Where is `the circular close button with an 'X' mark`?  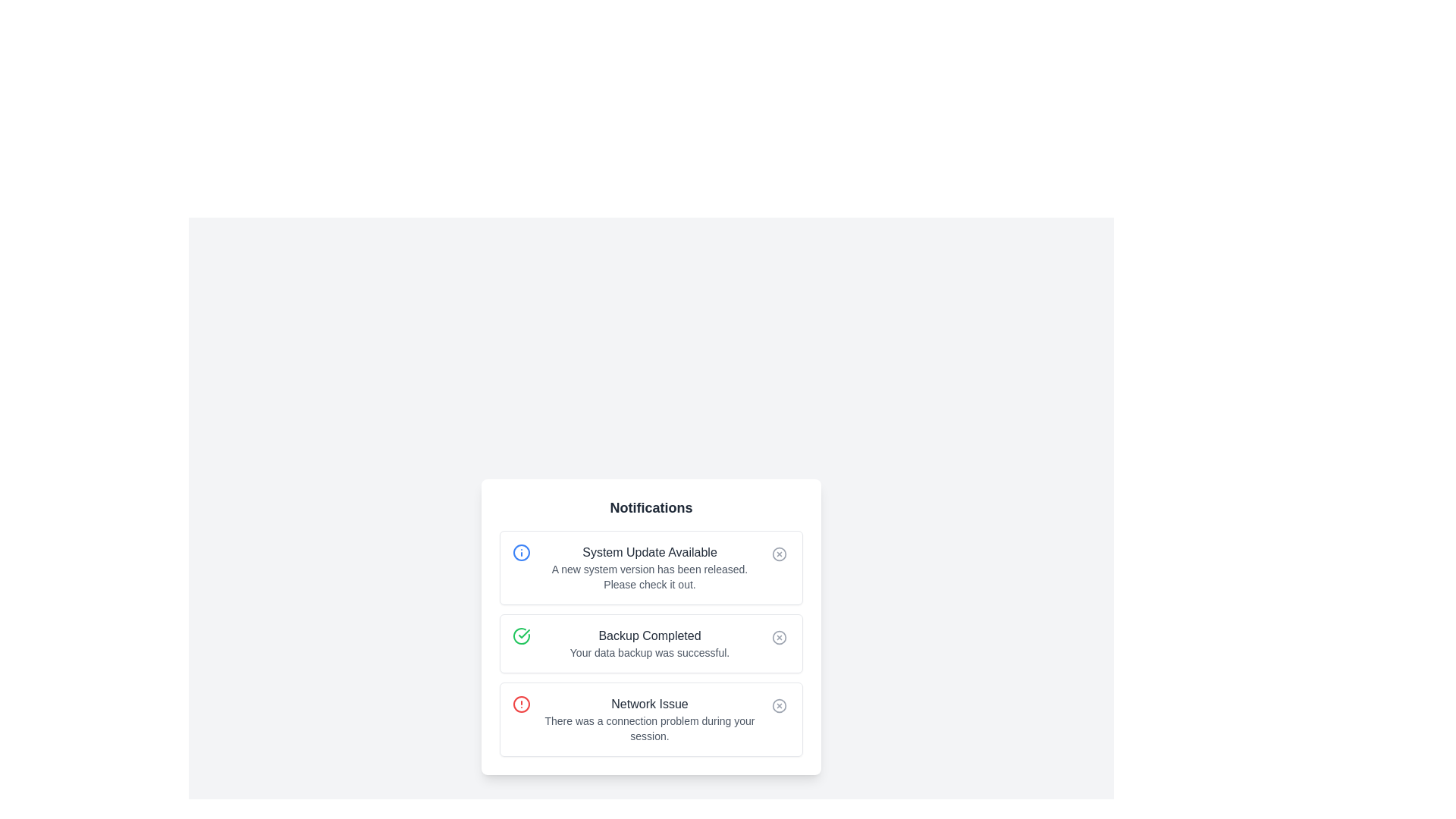 the circular close button with an 'X' mark is located at coordinates (779, 554).